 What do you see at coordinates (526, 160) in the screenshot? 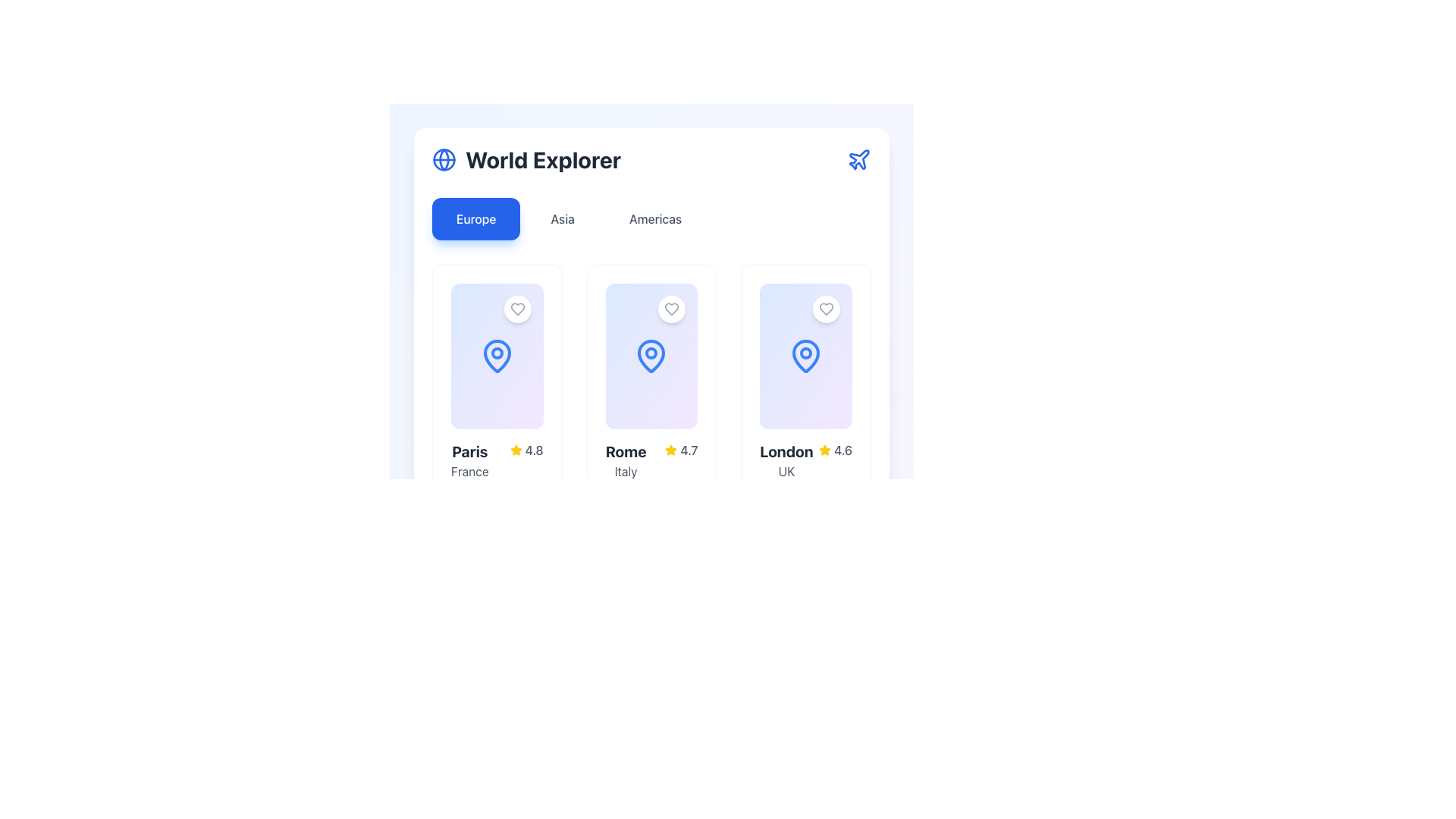
I see `the 'World Explorer' header with a globe icon` at bounding box center [526, 160].